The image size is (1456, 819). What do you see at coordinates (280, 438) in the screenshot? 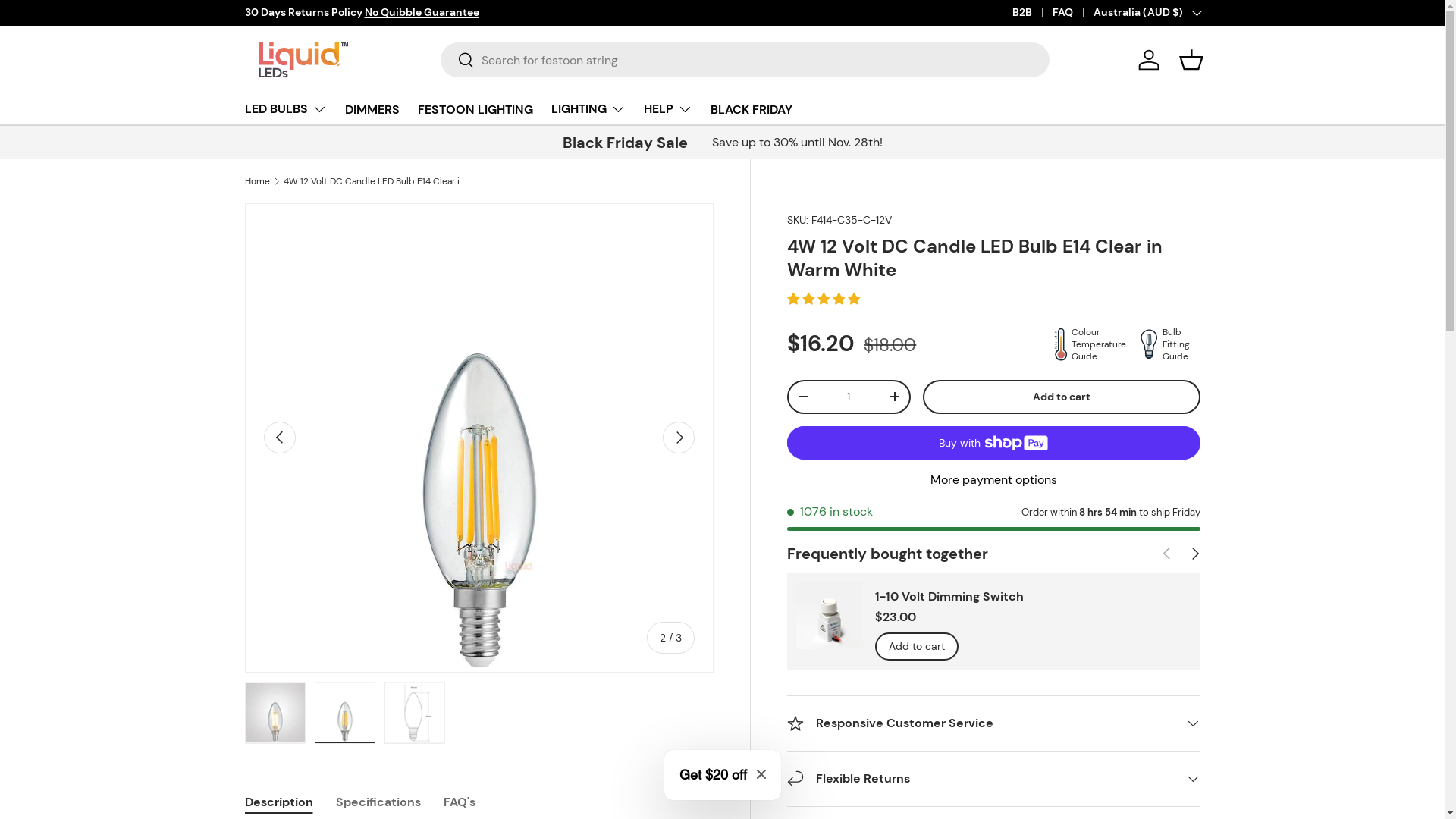
I see `'Previous'` at bounding box center [280, 438].